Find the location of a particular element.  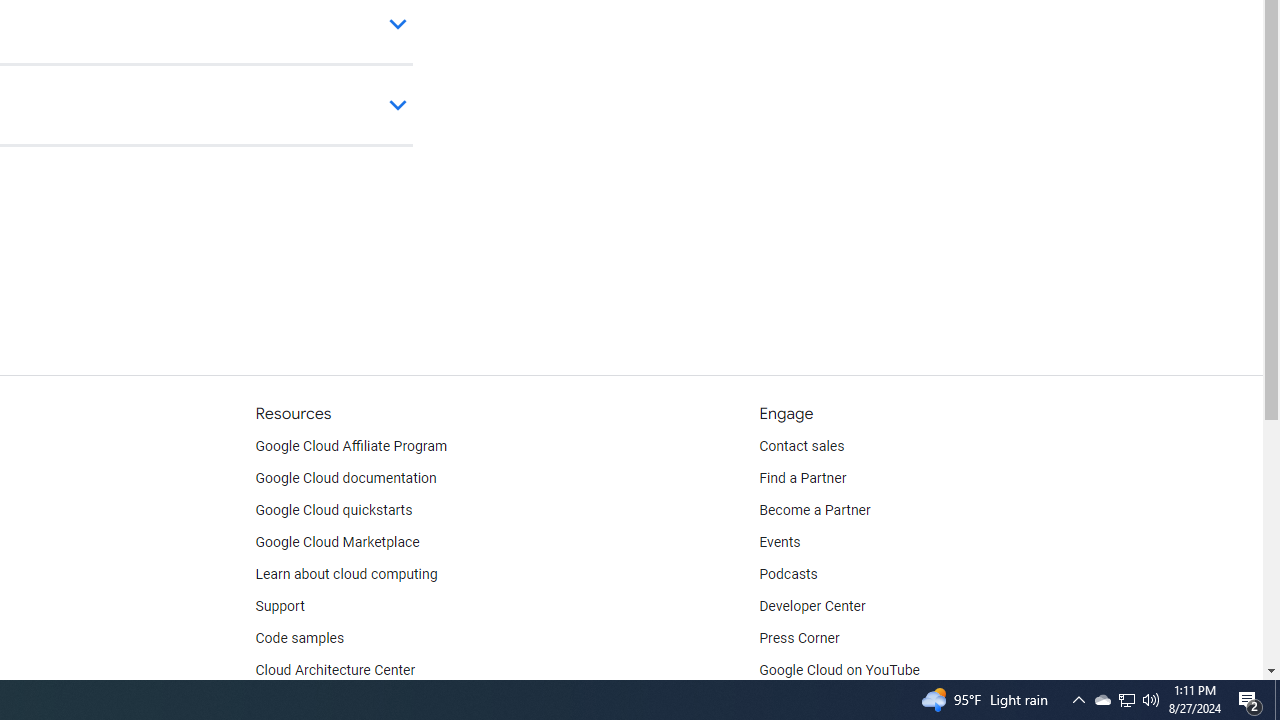

'Support' is located at coordinates (278, 605).